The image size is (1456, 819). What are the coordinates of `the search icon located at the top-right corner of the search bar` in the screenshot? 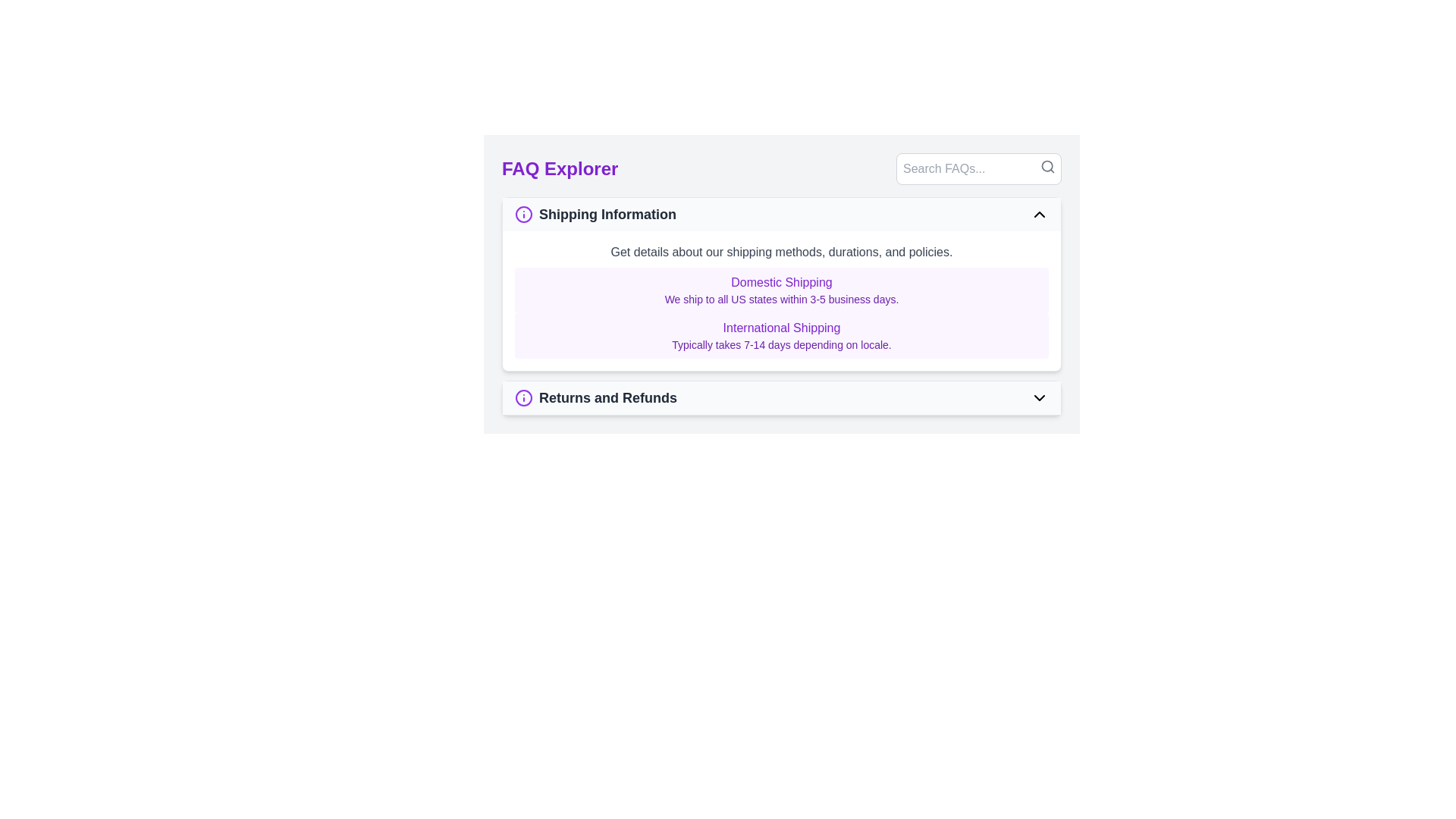 It's located at (1047, 166).